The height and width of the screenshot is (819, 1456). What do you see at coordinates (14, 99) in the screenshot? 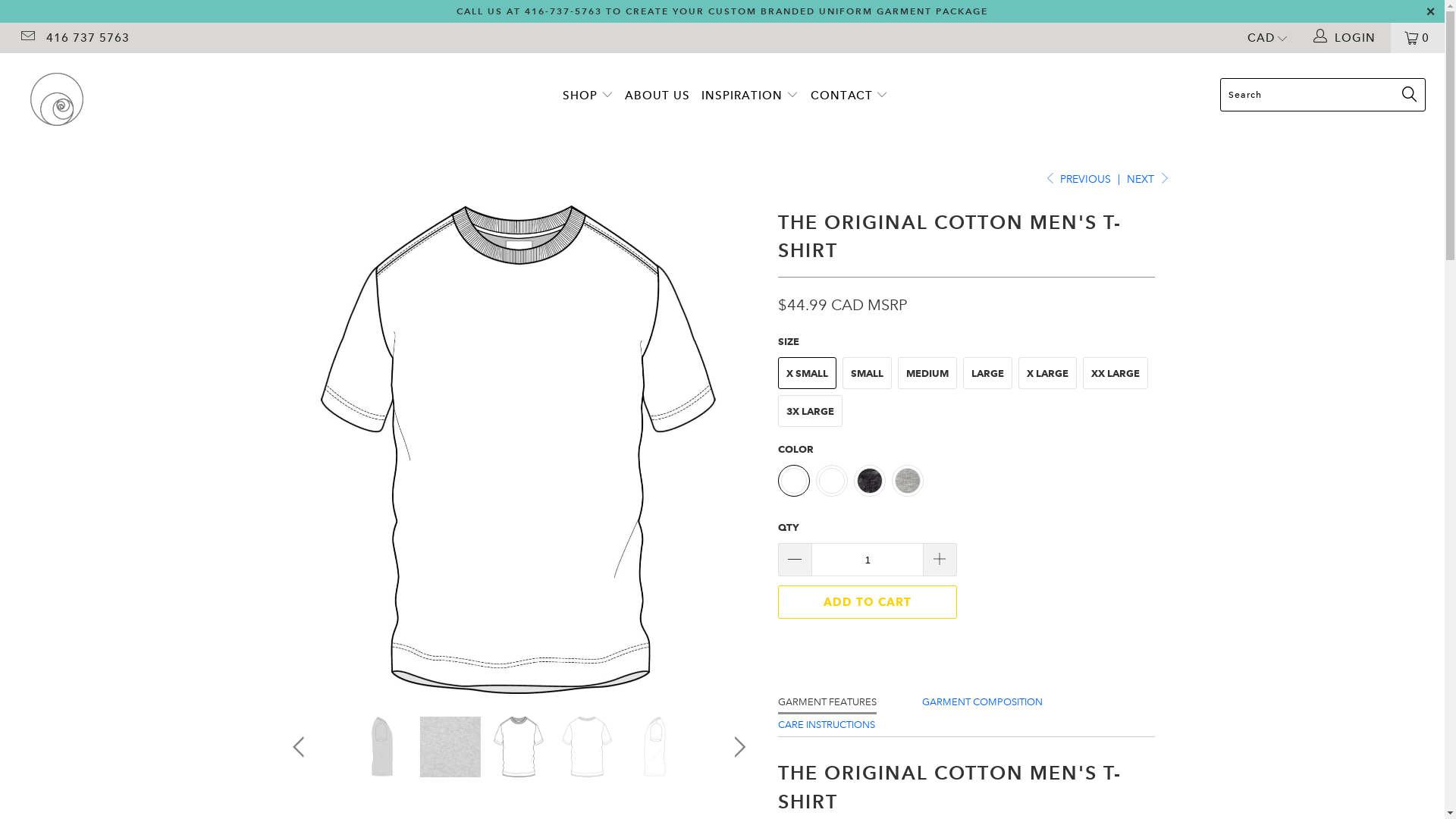
I see `'APIUM APPAREL'` at bounding box center [14, 99].